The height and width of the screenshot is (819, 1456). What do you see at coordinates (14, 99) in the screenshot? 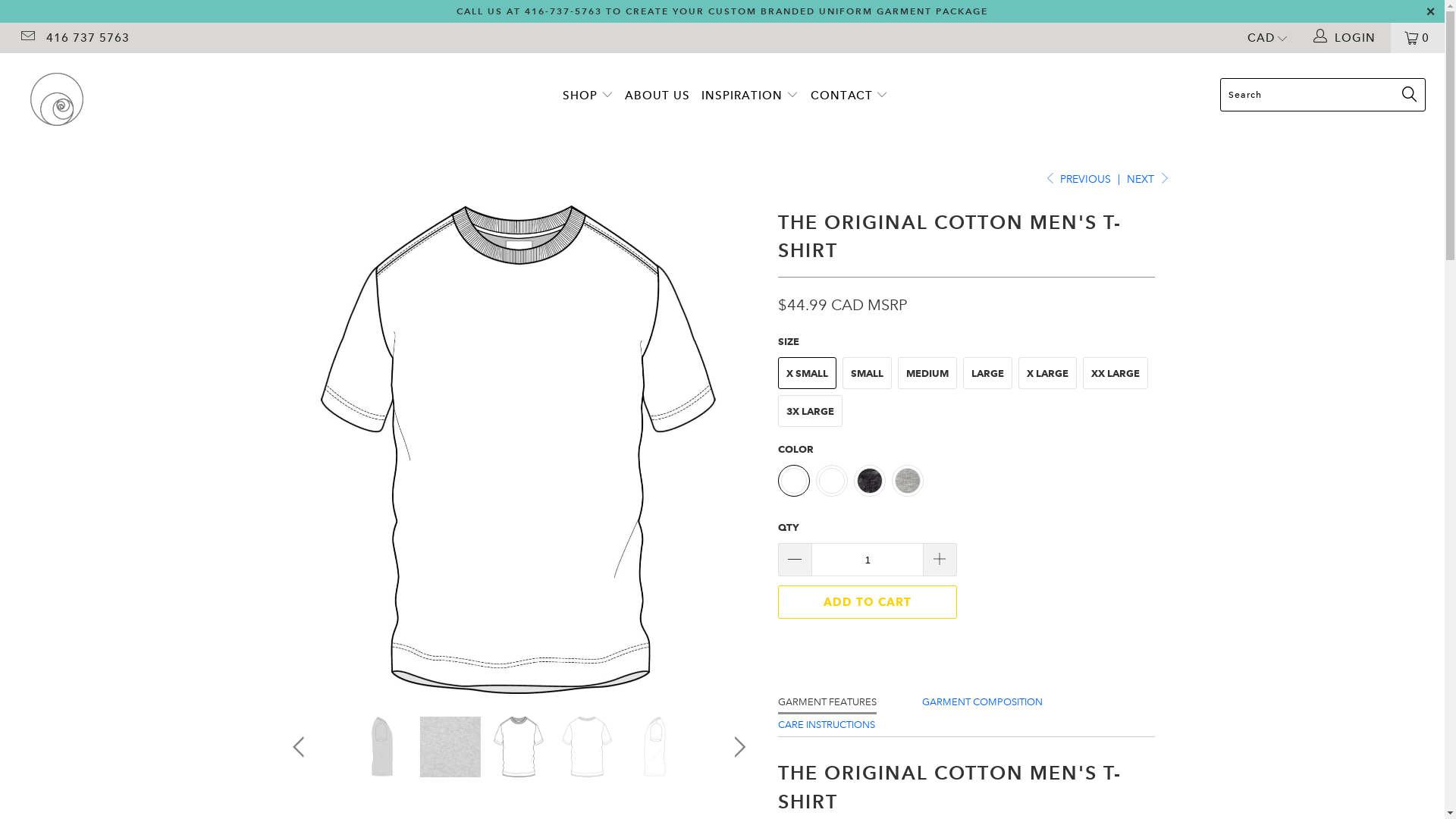
I see `'APIUM APPAREL'` at bounding box center [14, 99].